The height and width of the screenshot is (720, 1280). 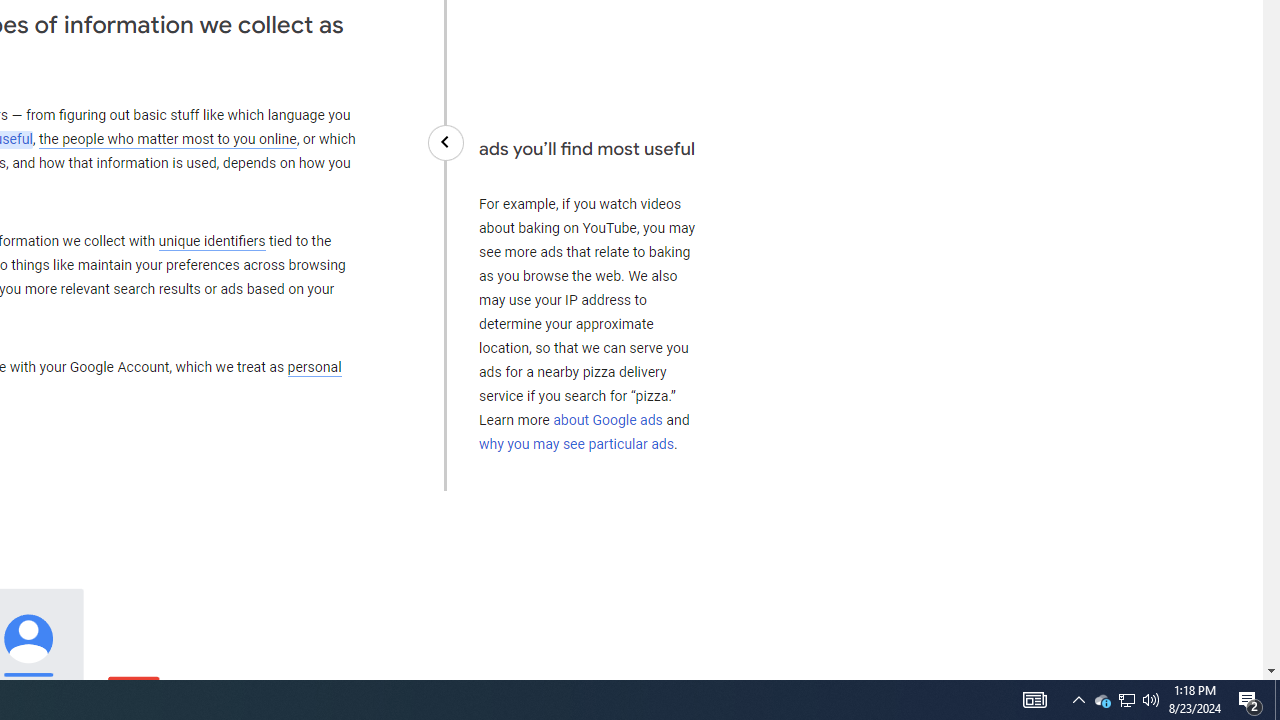 I want to click on 'unique identifiers', so click(x=211, y=240).